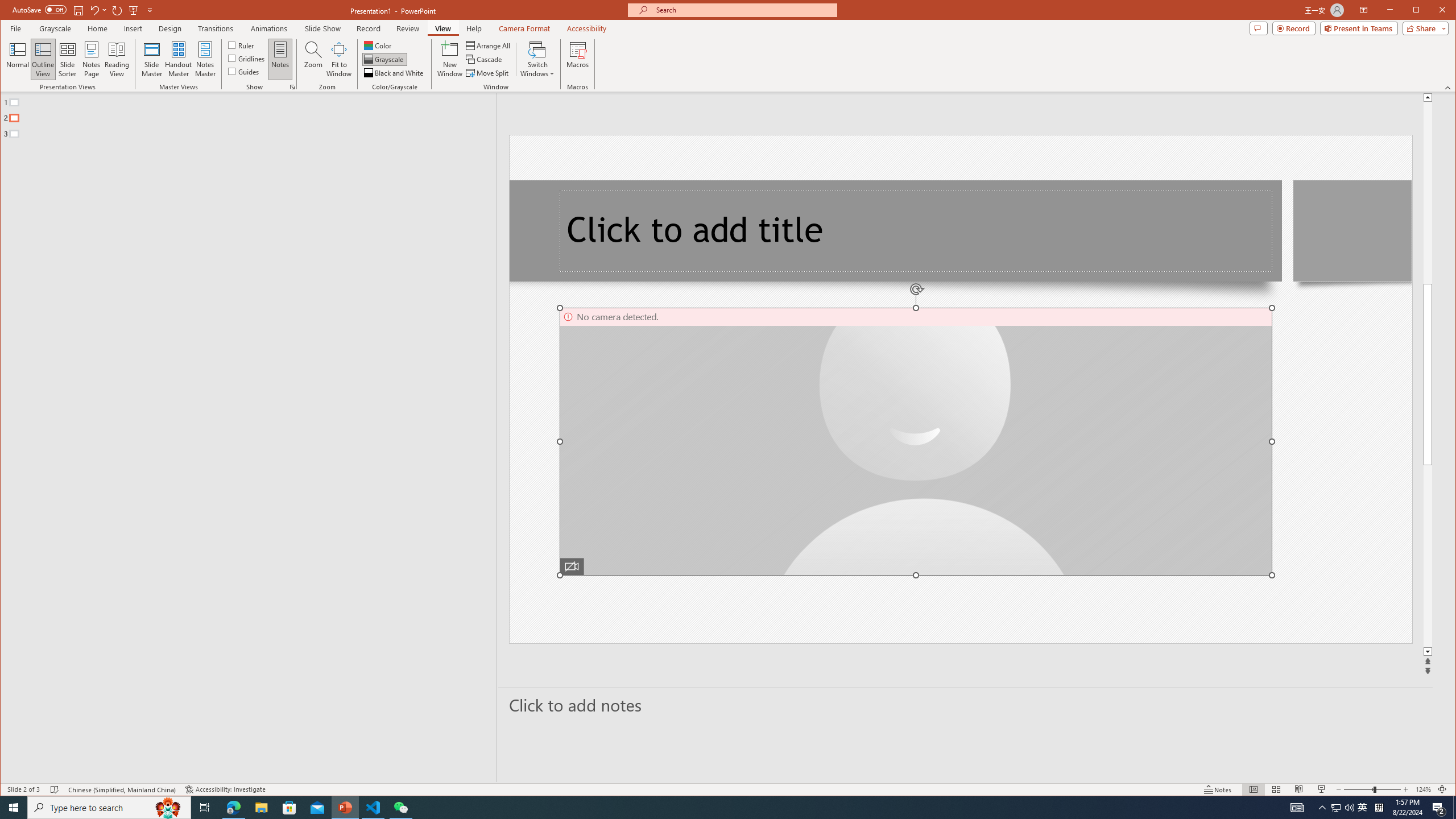  What do you see at coordinates (1322, 806) in the screenshot?
I see `'Notification Chevron'` at bounding box center [1322, 806].